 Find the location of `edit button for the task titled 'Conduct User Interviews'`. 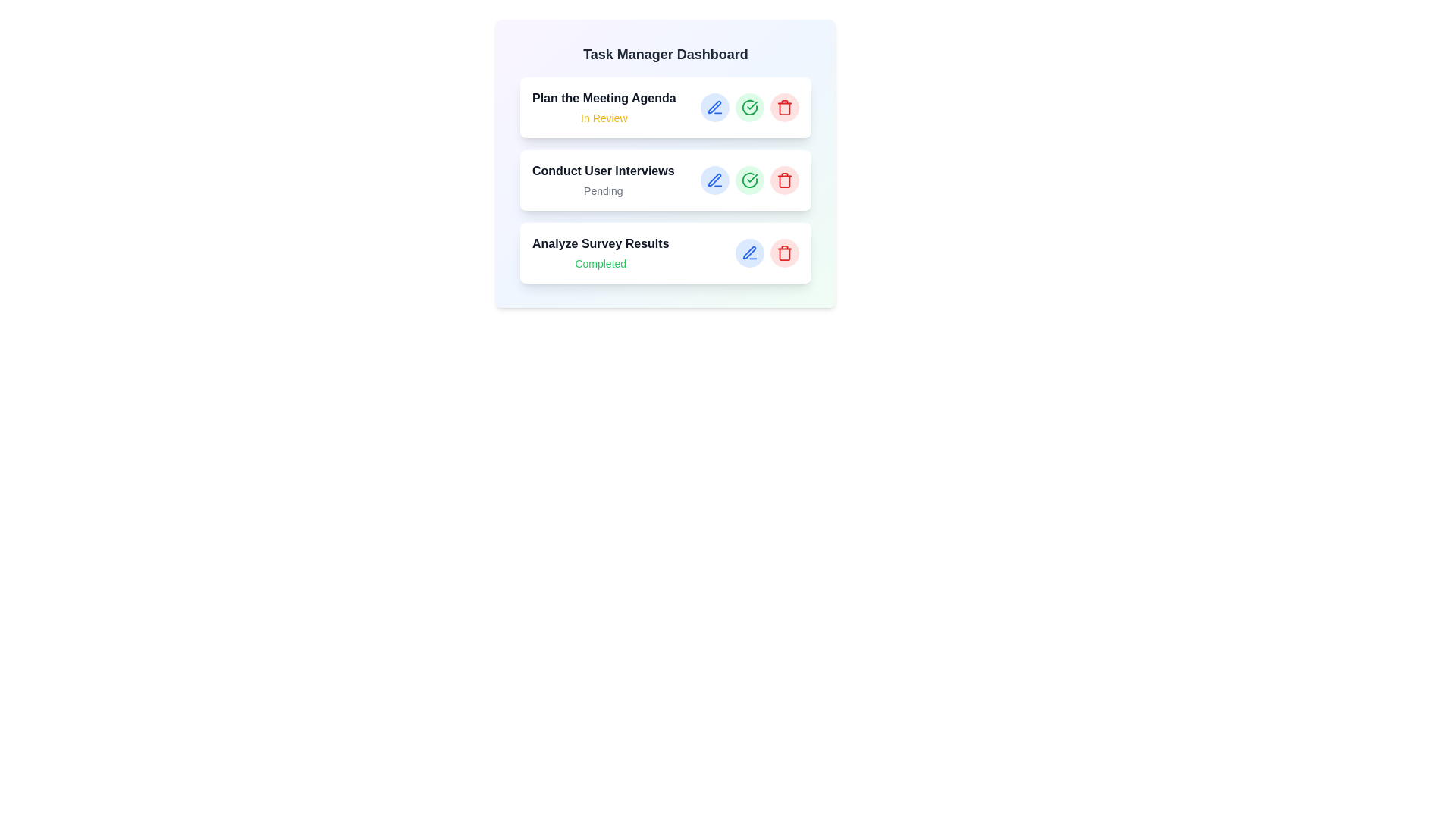

edit button for the task titled 'Conduct User Interviews' is located at coordinates (714, 180).